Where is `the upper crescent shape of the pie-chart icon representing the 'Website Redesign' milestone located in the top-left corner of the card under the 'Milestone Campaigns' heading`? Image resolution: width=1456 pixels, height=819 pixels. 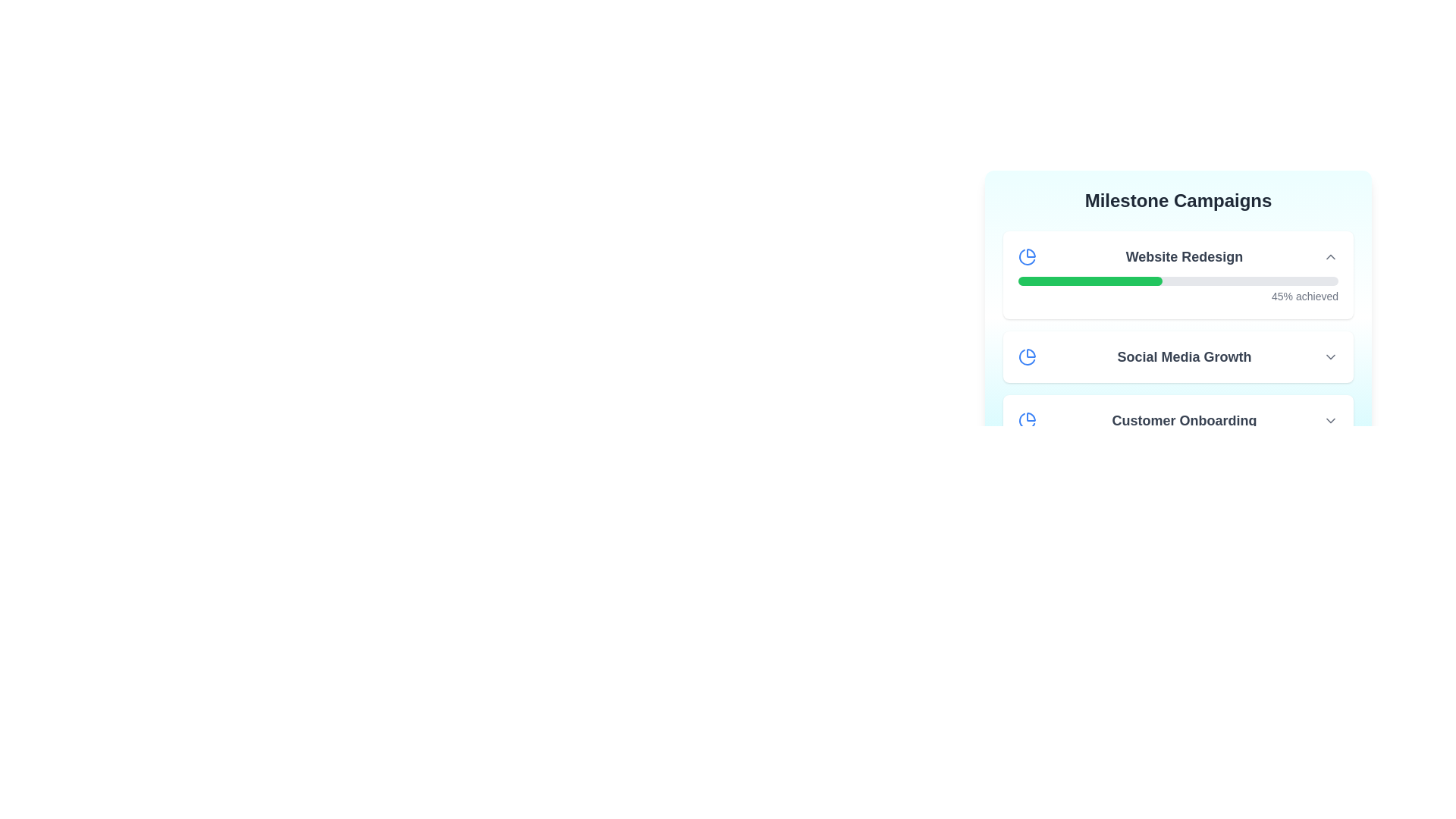 the upper crescent shape of the pie-chart icon representing the 'Website Redesign' milestone located in the top-left corner of the card under the 'Milestone Campaigns' heading is located at coordinates (1031, 253).